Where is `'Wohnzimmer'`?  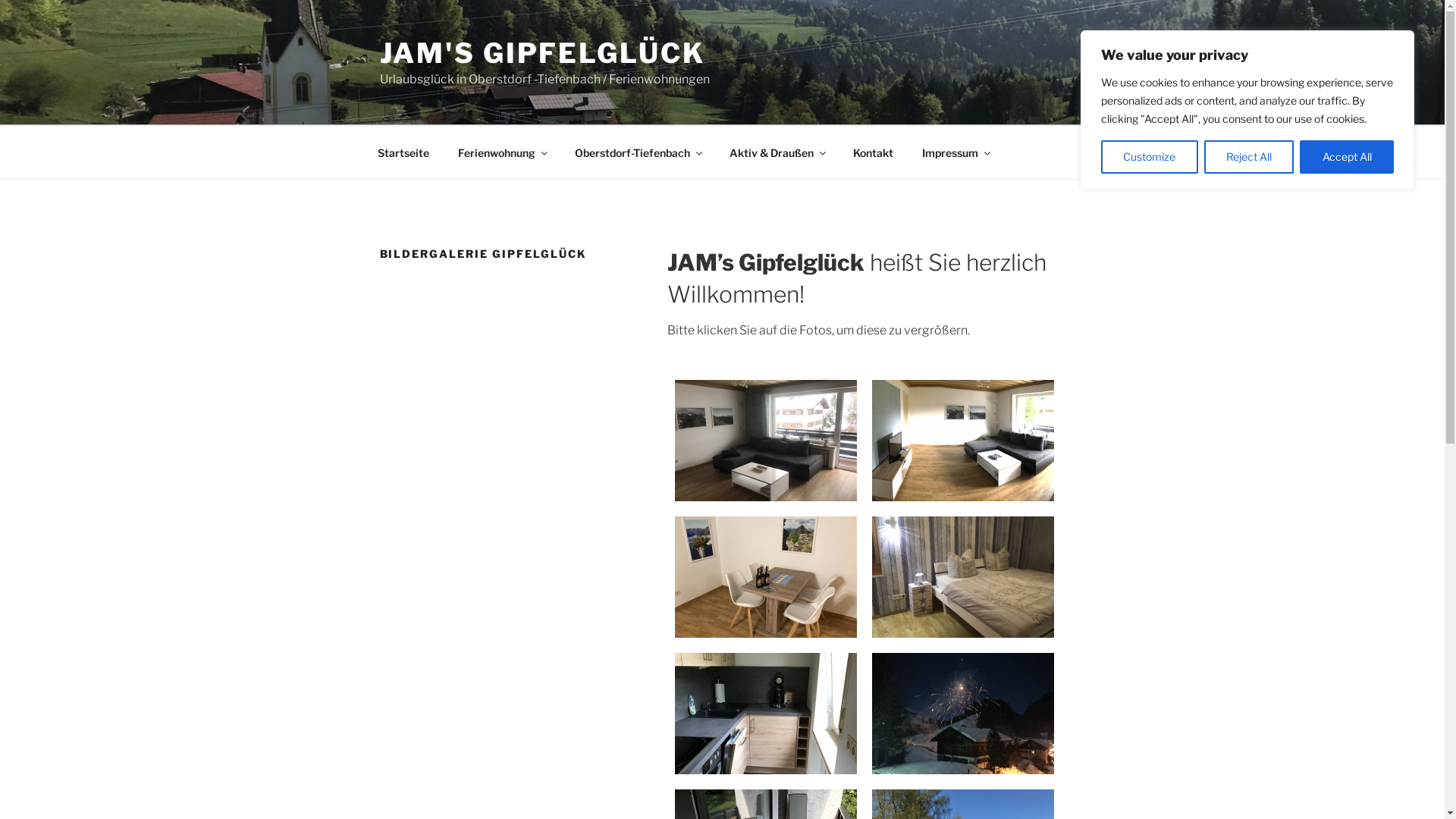 'Wohnzimmer' is located at coordinates (962, 441).